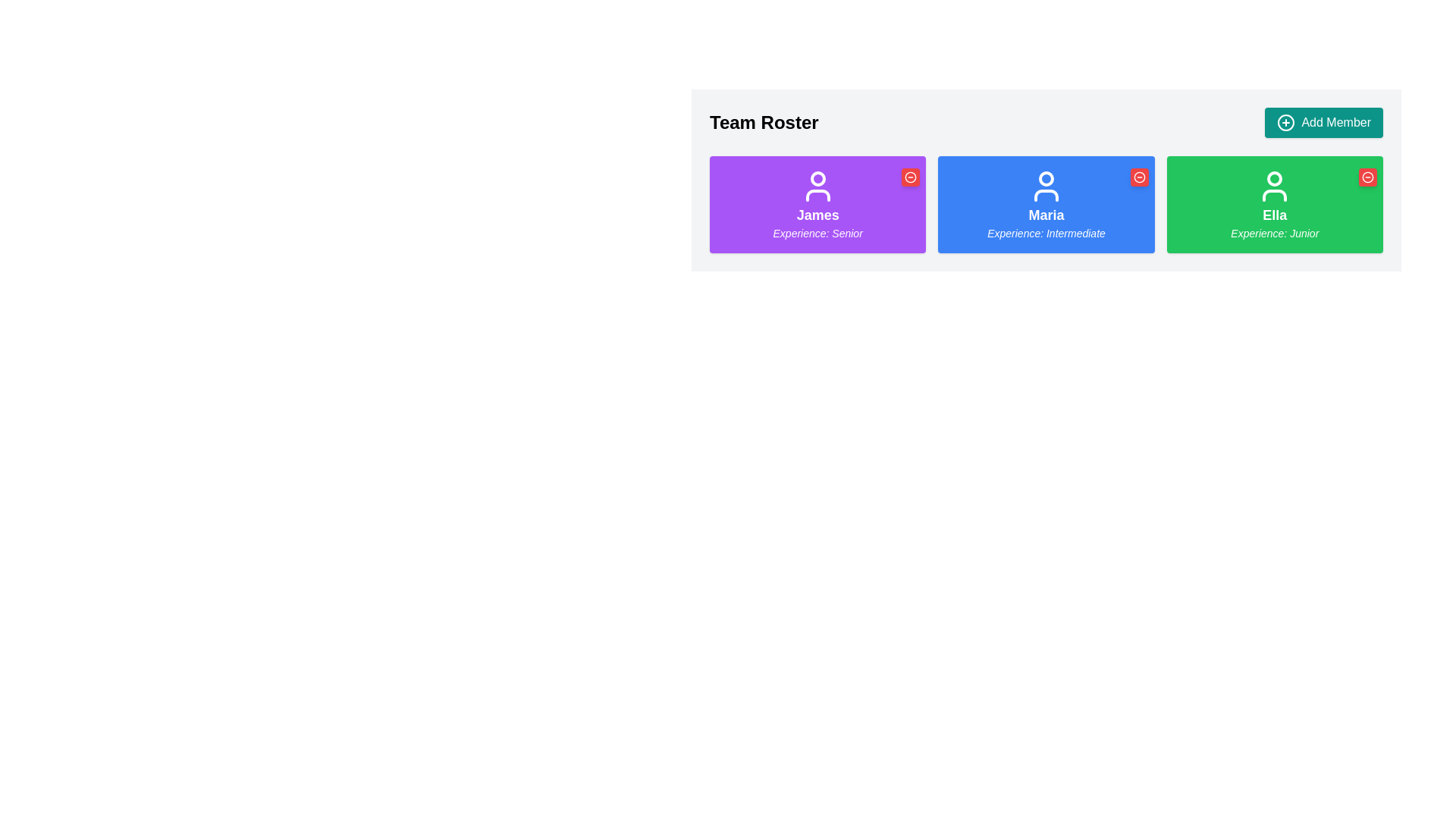  I want to click on the text label named 'Ella' that is located in the rightmost user profile card under the 'Team Roster' section, positioned below the user icon and above the subtitle 'Experience: Junior', so click(1274, 215).